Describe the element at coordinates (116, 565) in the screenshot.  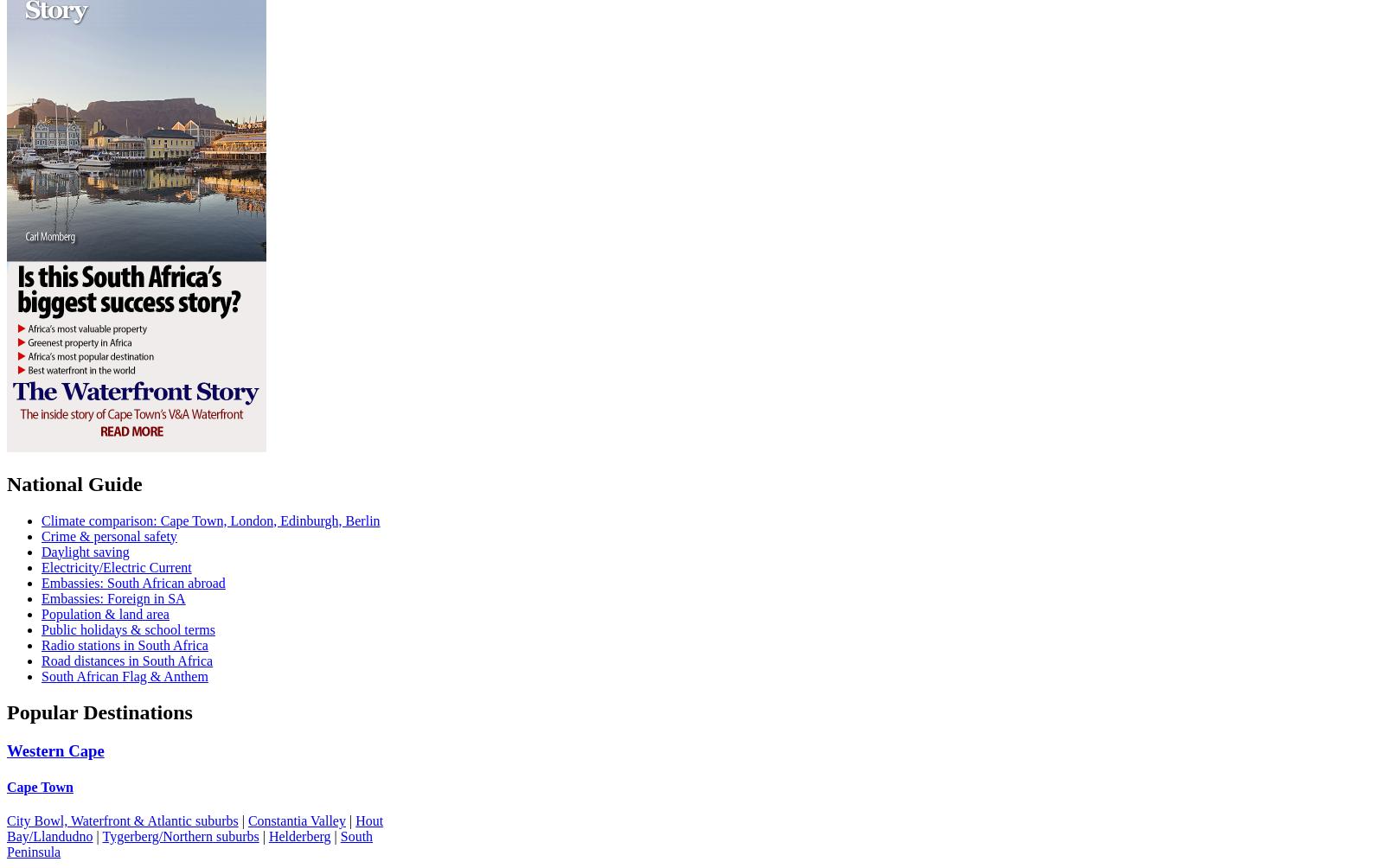
I see `'Electricity/Electric Current'` at that location.